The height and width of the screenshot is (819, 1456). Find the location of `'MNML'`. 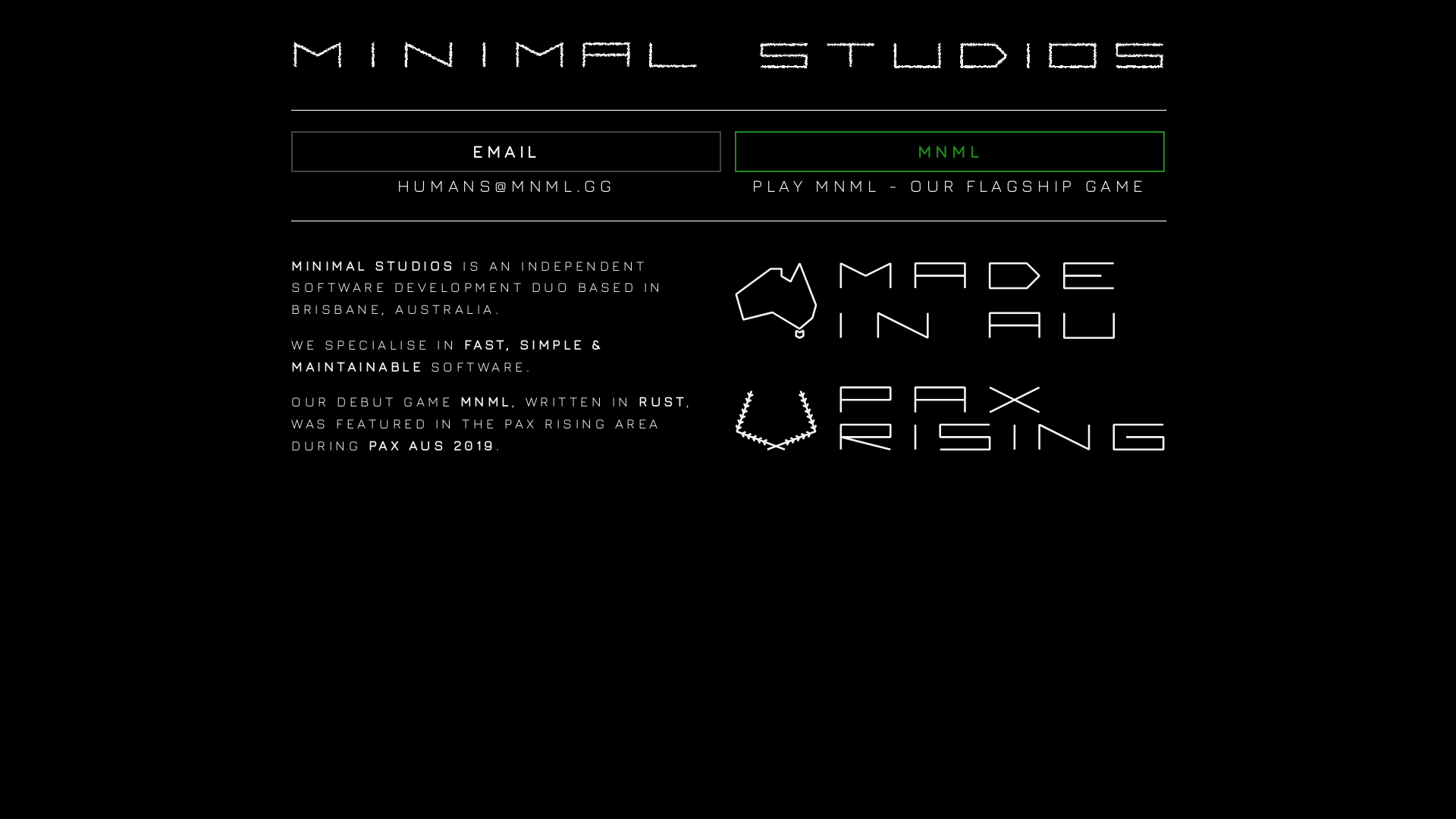

'MNML' is located at coordinates (949, 152).